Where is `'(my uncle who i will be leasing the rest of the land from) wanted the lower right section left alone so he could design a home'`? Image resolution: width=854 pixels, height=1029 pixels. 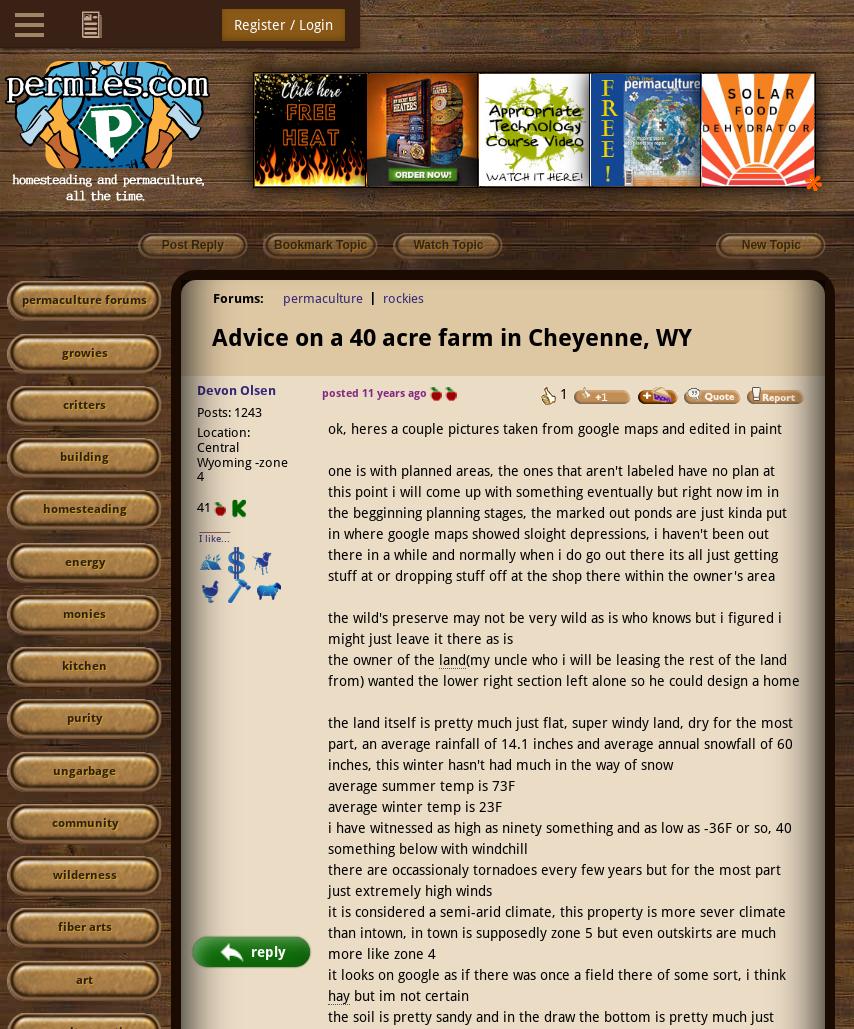
'(my uncle who i will be leasing the rest of the land from) wanted the lower right section left alone so he could design a home' is located at coordinates (562, 668).